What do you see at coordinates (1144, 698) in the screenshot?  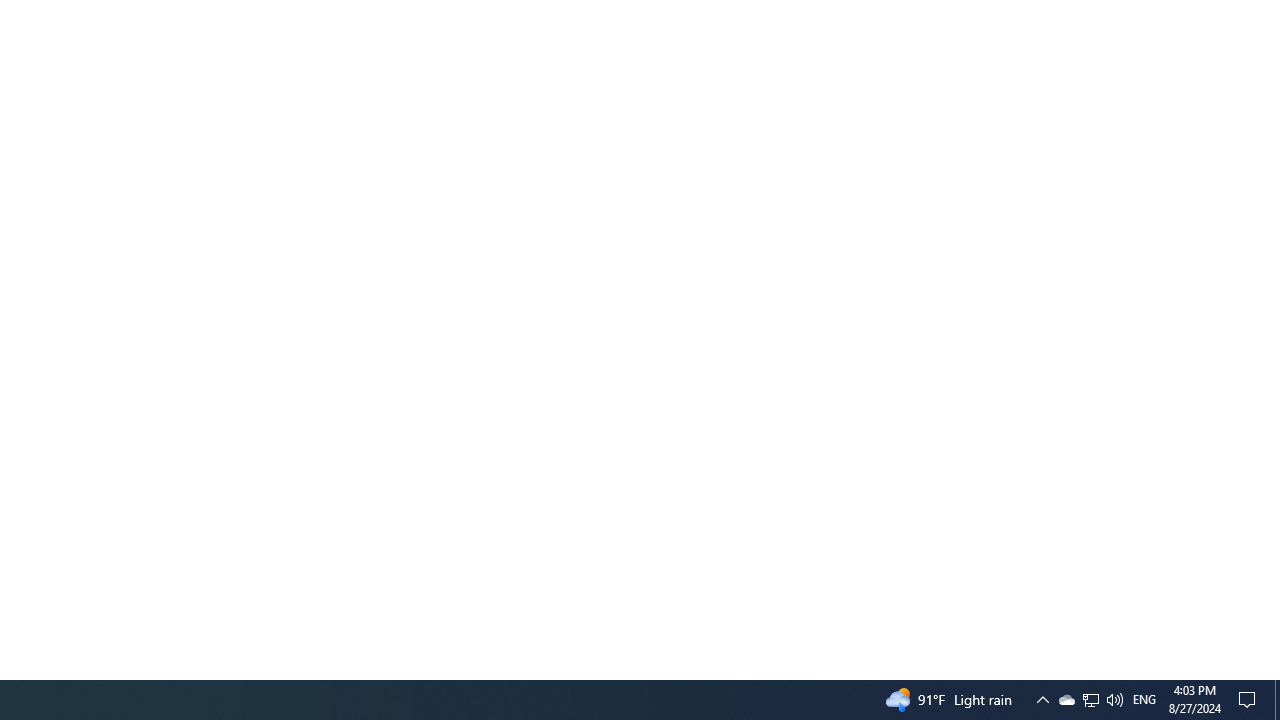 I see `'Tray Input Indicator - English (United States)'` at bounding box center [1144, 698].